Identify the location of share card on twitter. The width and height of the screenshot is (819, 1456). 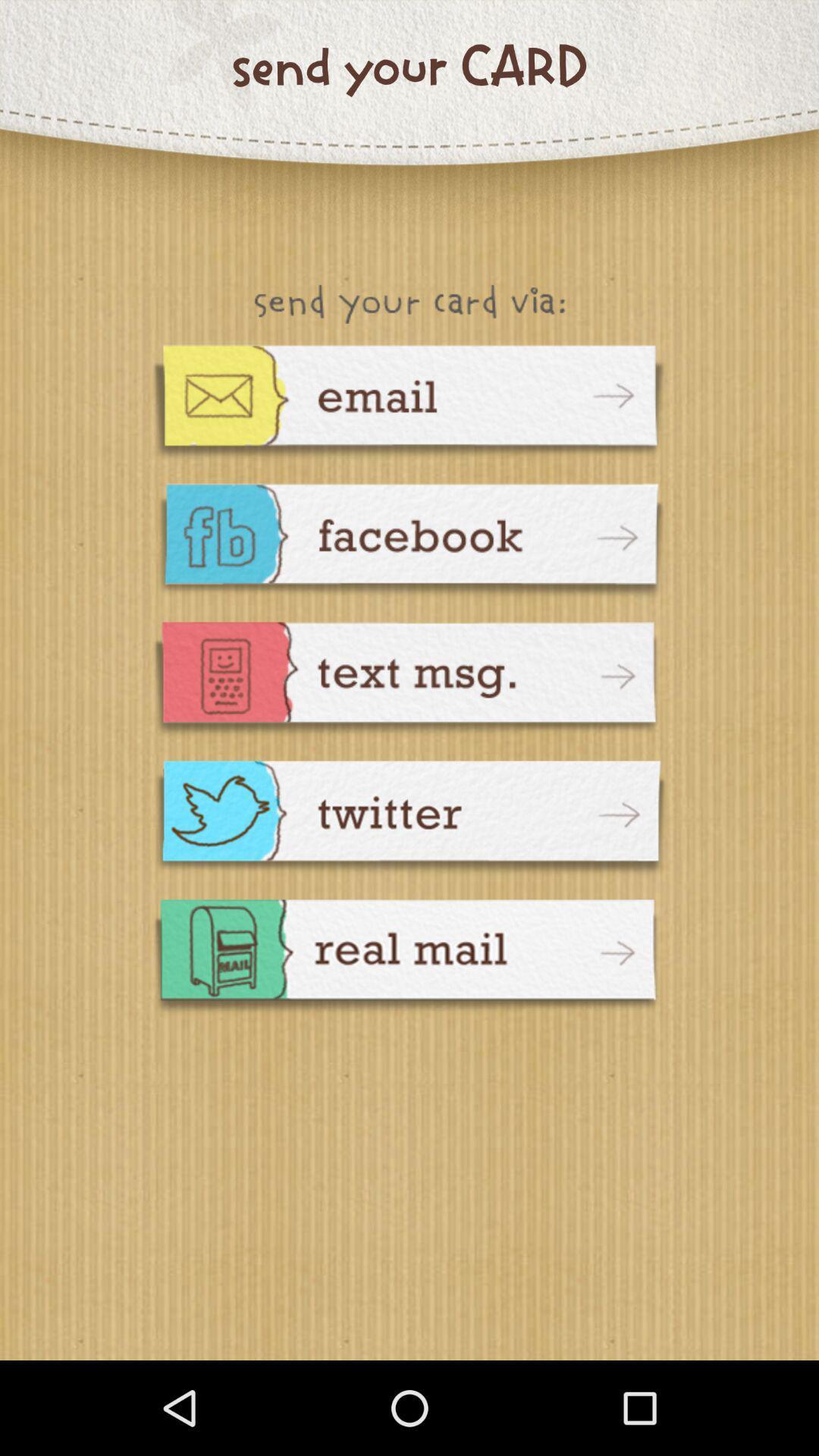
(409, 819).